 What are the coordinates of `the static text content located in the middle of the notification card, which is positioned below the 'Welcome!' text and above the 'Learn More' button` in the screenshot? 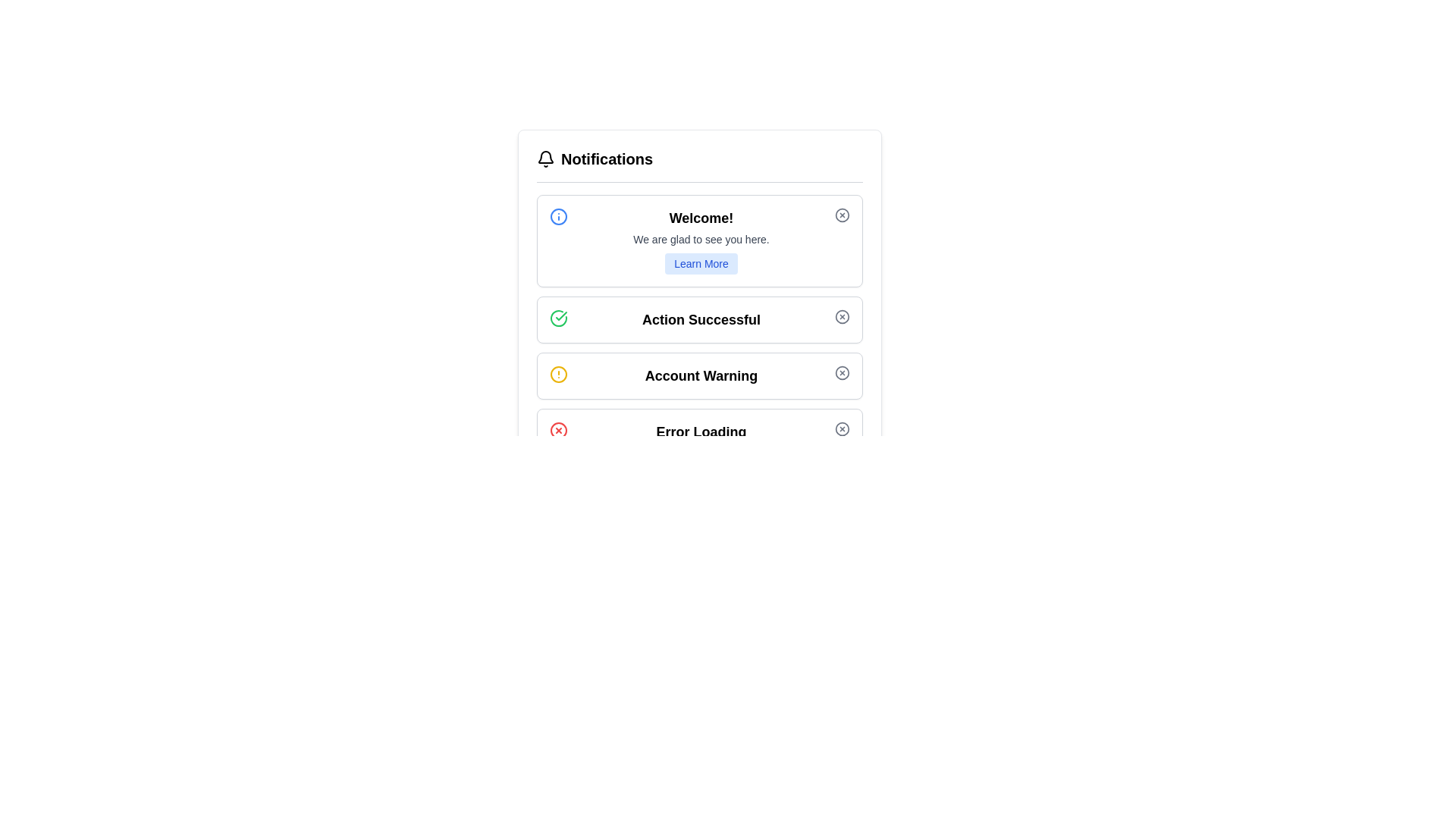 It's located at (701, 239).